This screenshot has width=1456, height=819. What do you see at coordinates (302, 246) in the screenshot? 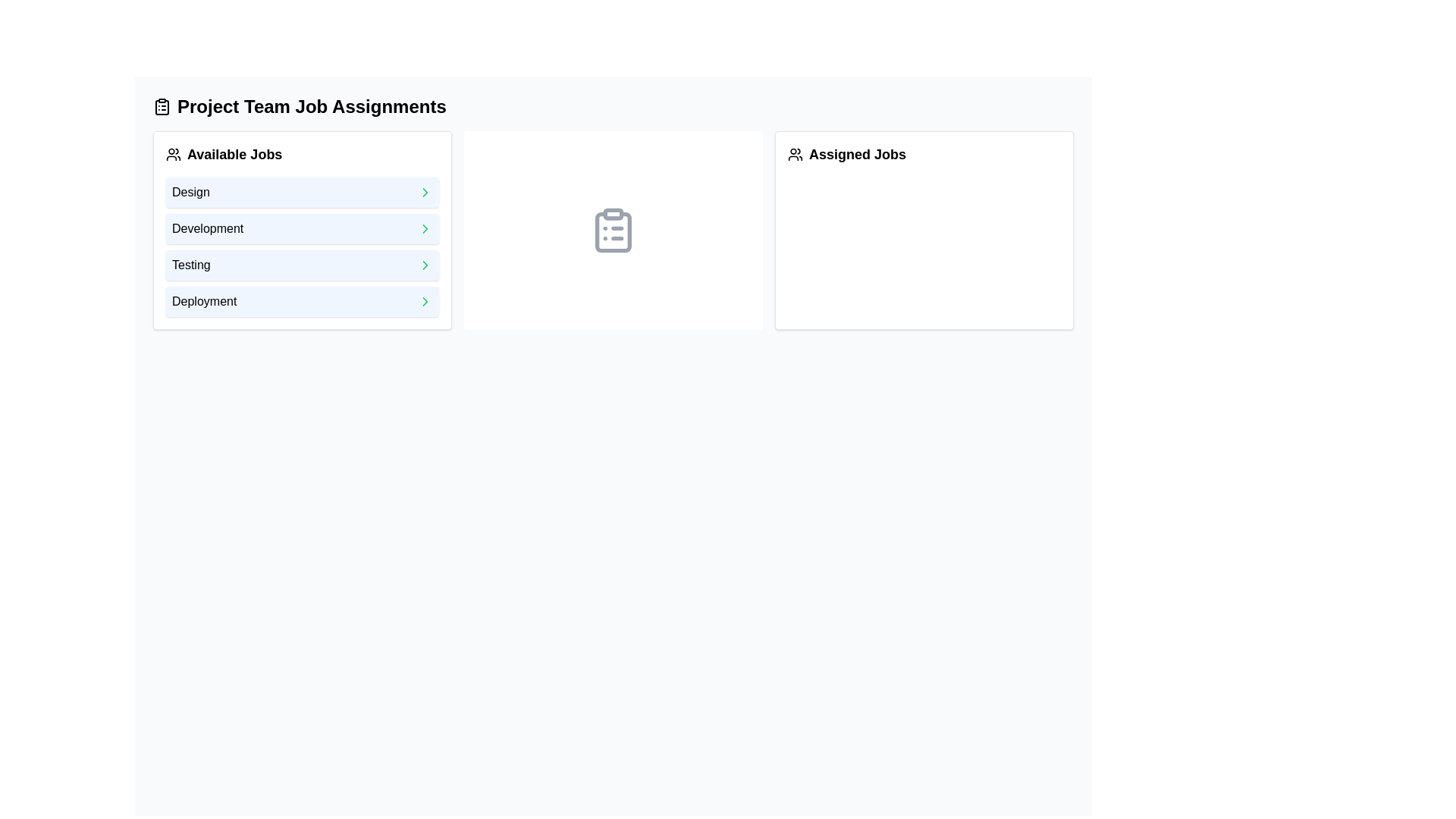
I see `the 'Testing' row in the 'Available Jobs' section` at bounding box center [302, 246].